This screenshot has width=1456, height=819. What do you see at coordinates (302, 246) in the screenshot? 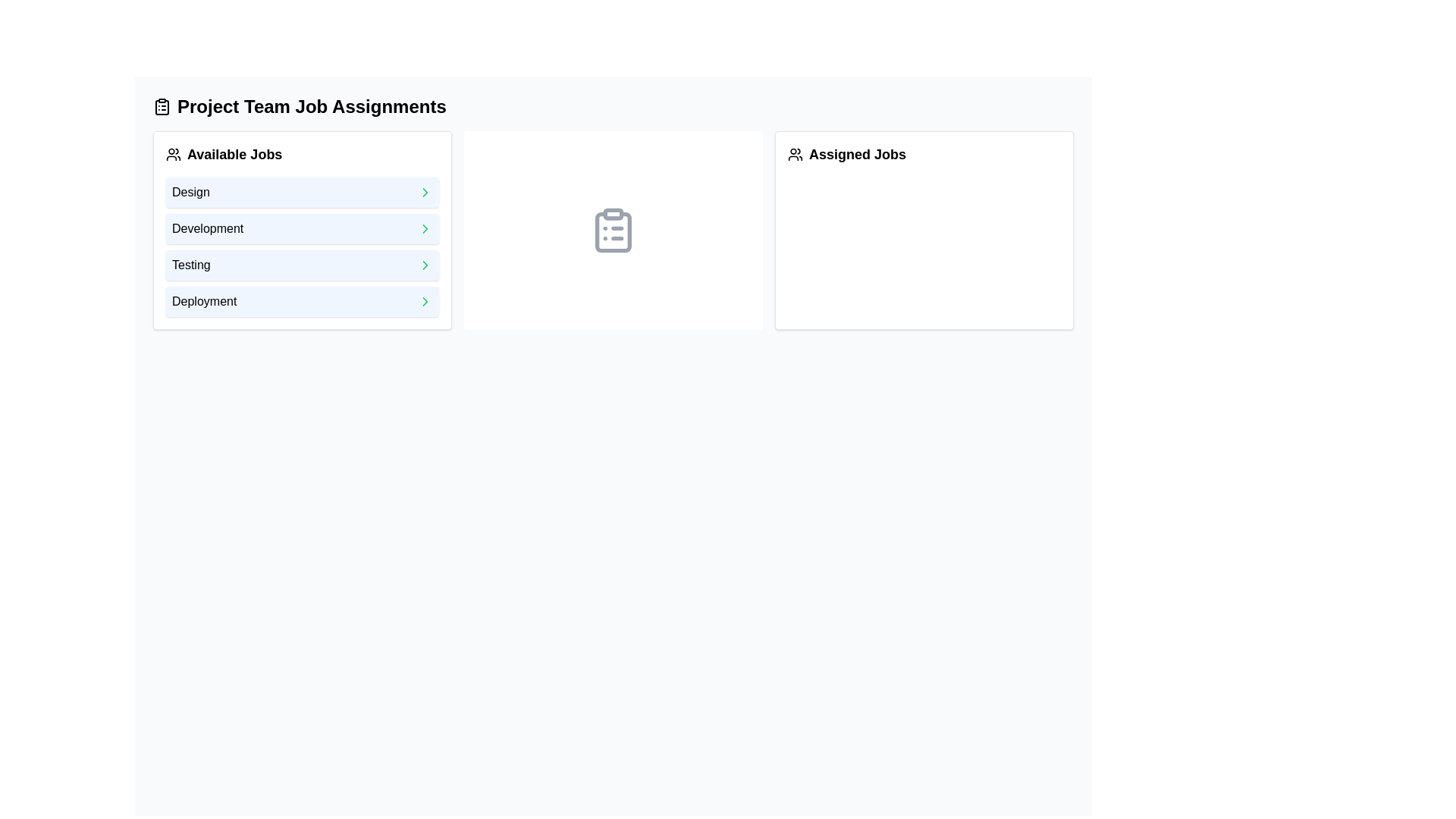
I see `the 'Testing' row in the 'Available Jobs' section` at bounding box center [302, 246].